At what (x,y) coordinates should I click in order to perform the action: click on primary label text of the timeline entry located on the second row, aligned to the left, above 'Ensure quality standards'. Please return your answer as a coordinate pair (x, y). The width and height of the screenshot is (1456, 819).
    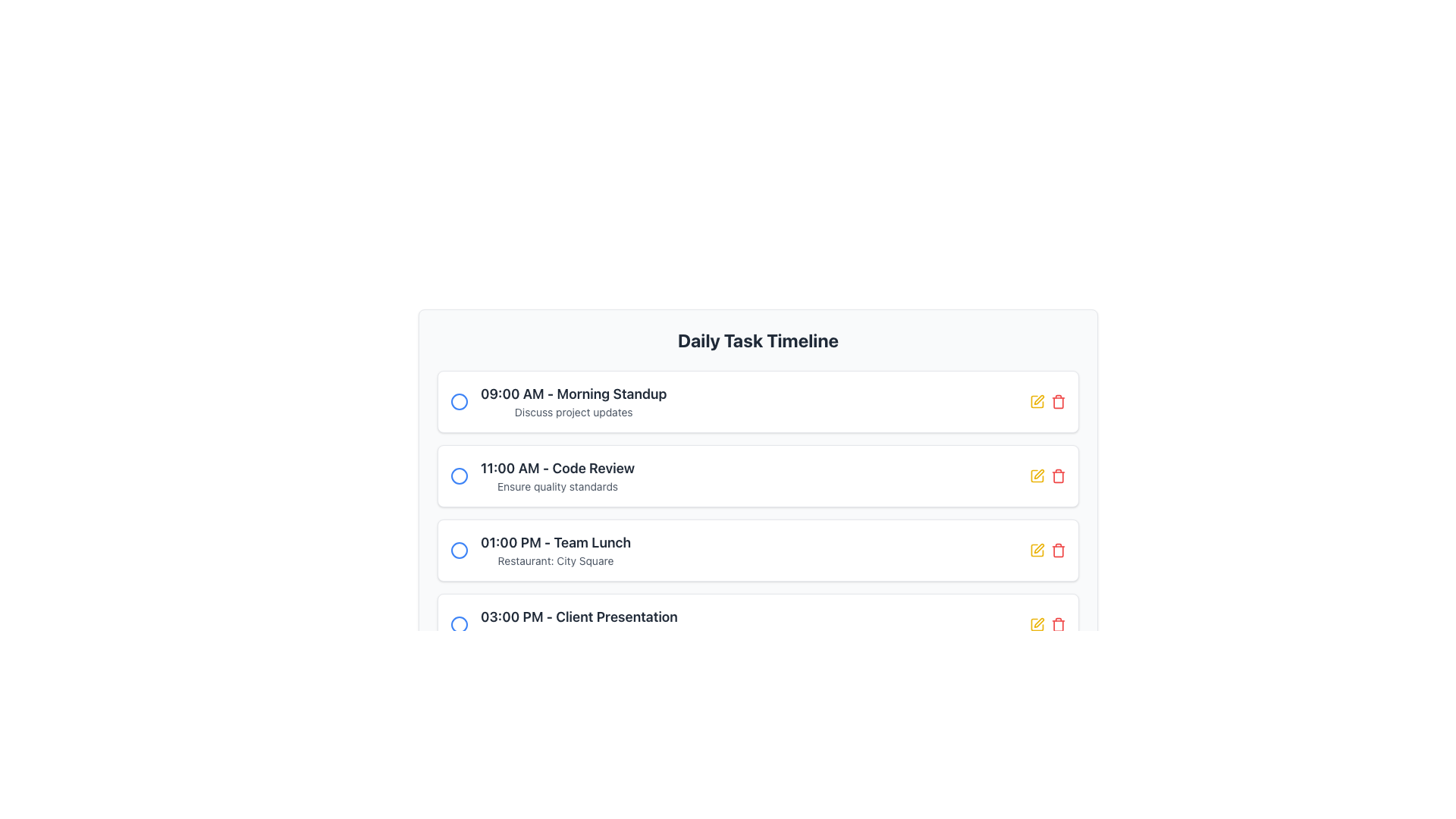
    Looking at the image, I should click on (557, 467).